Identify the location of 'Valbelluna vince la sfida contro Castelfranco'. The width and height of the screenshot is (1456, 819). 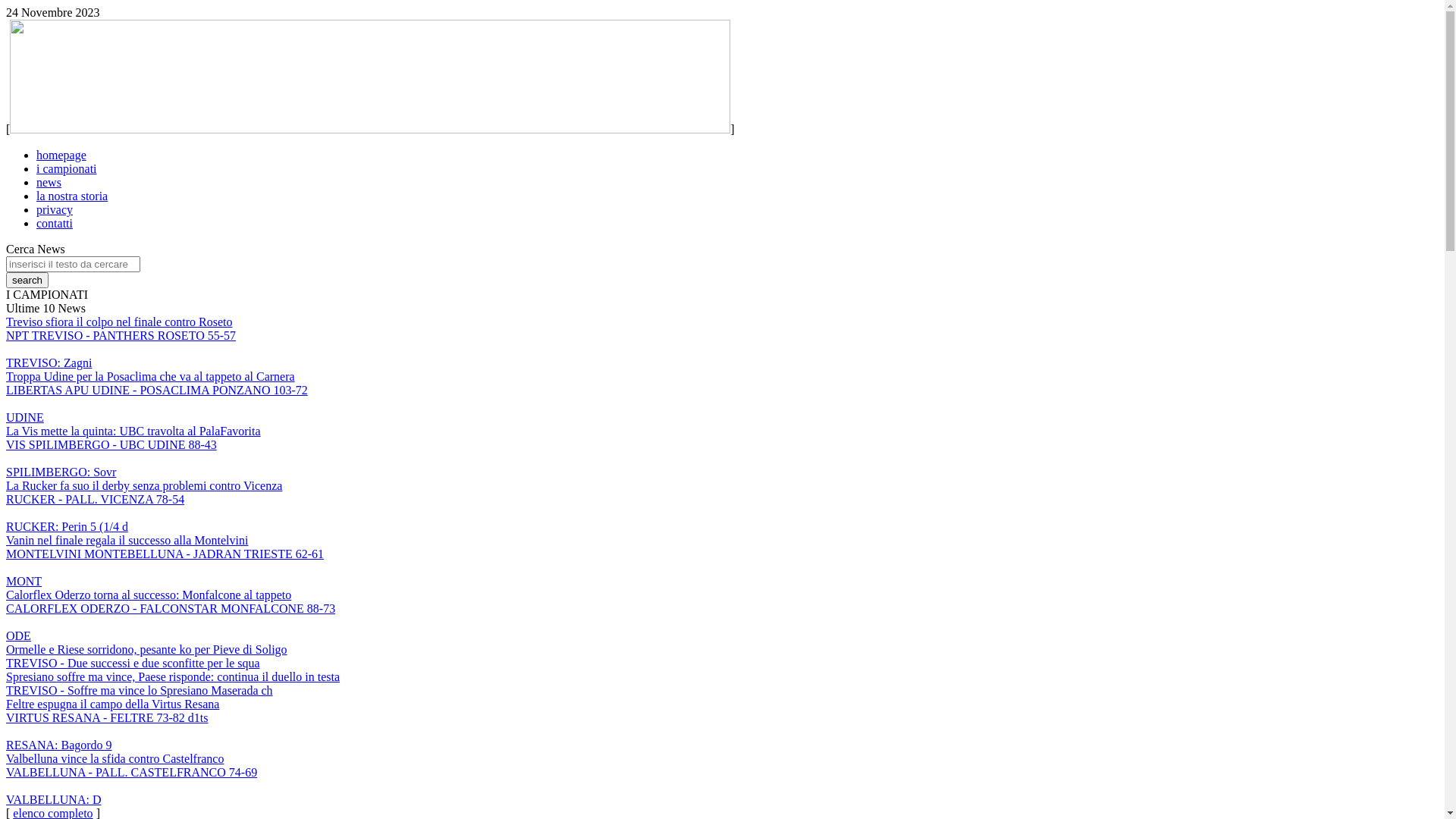
(114, 758).